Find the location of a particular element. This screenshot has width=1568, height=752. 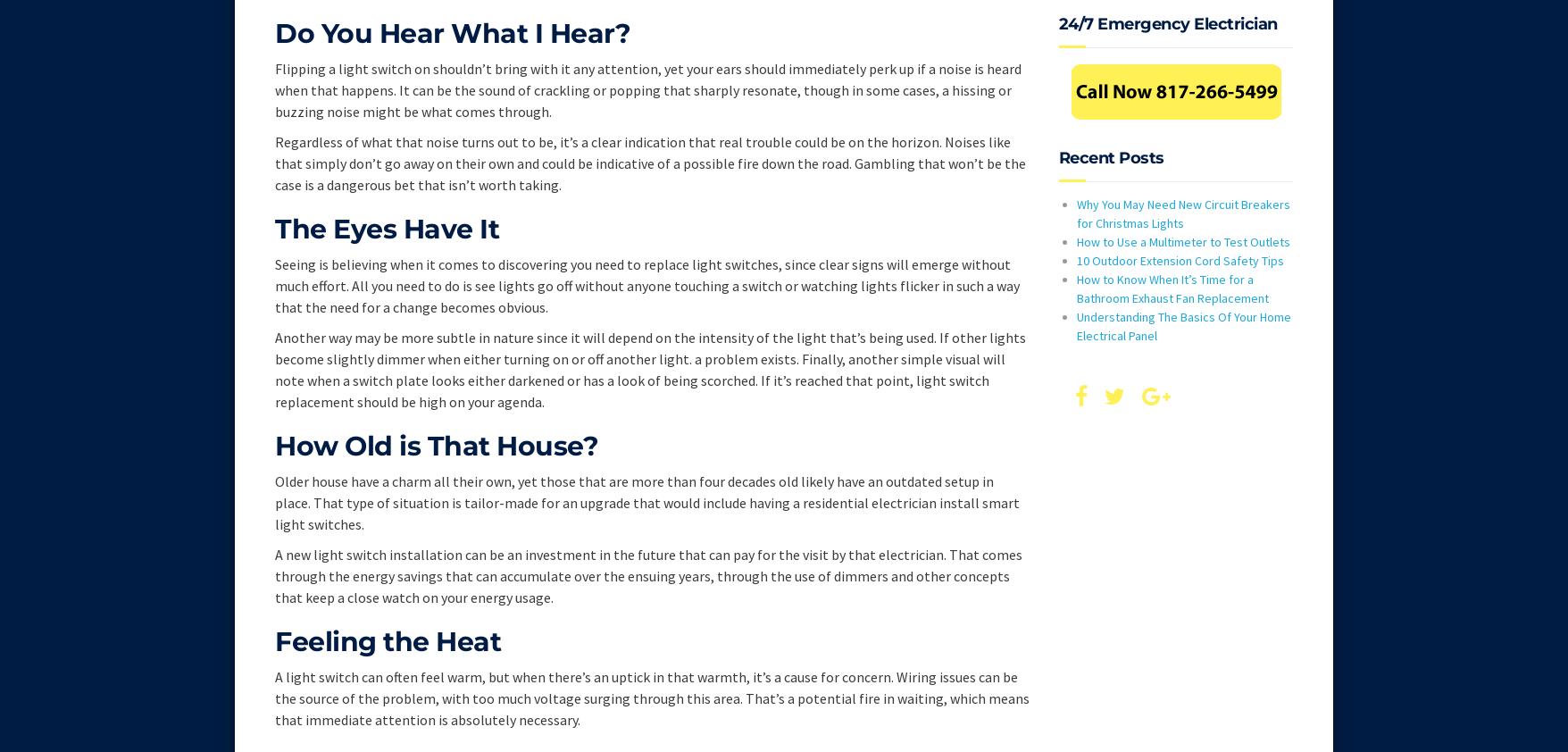

'Older house have a charm all their own, yet those that are more than four decades old likely have an outdated setup in place. That type of situation is tailor-made for an upgrade that would include having a residential electrician install smart light switches.' is located at coordinates (647, 501).